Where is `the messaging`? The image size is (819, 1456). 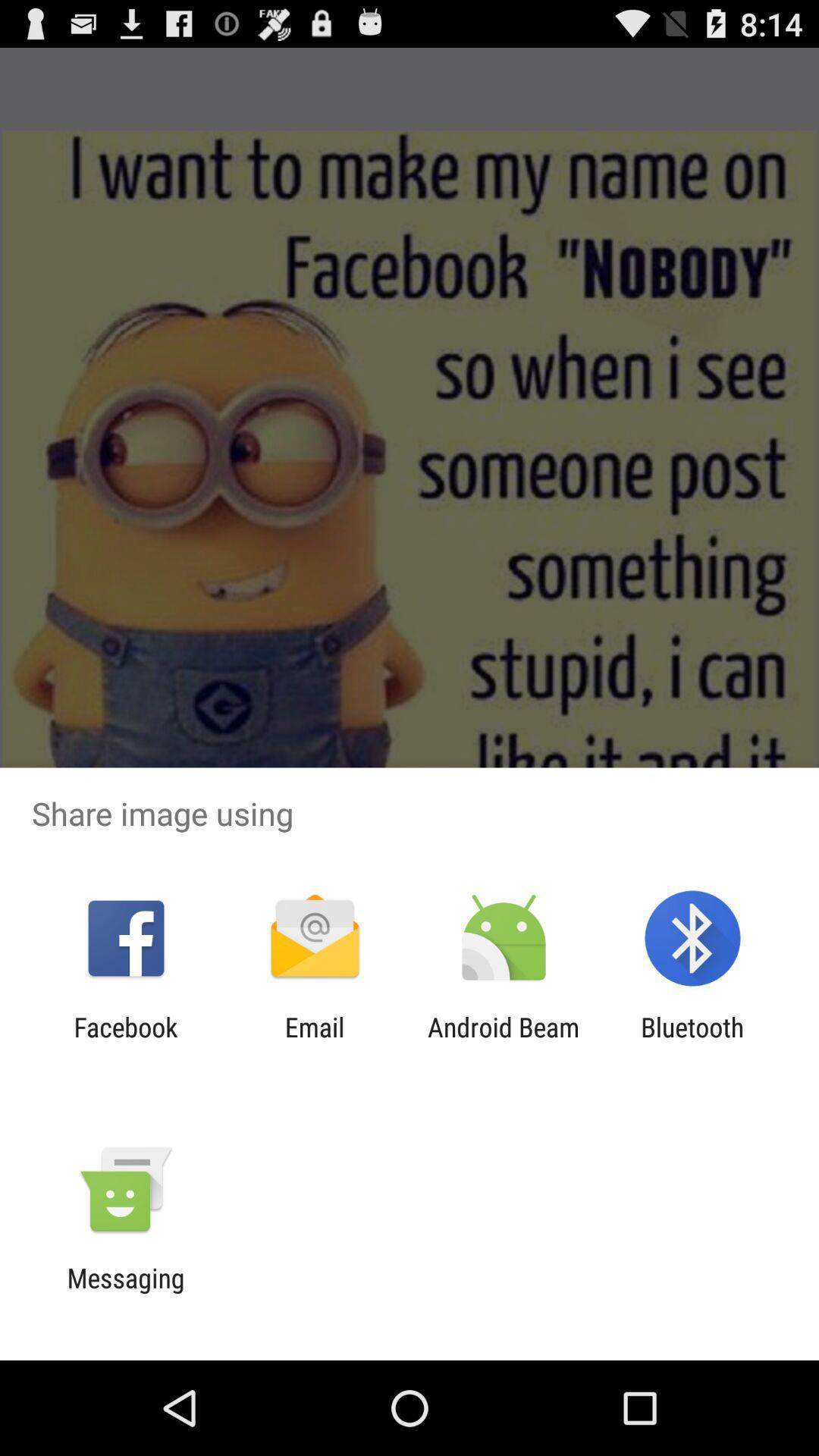 the messaging is located at coordinates (125, 1293).